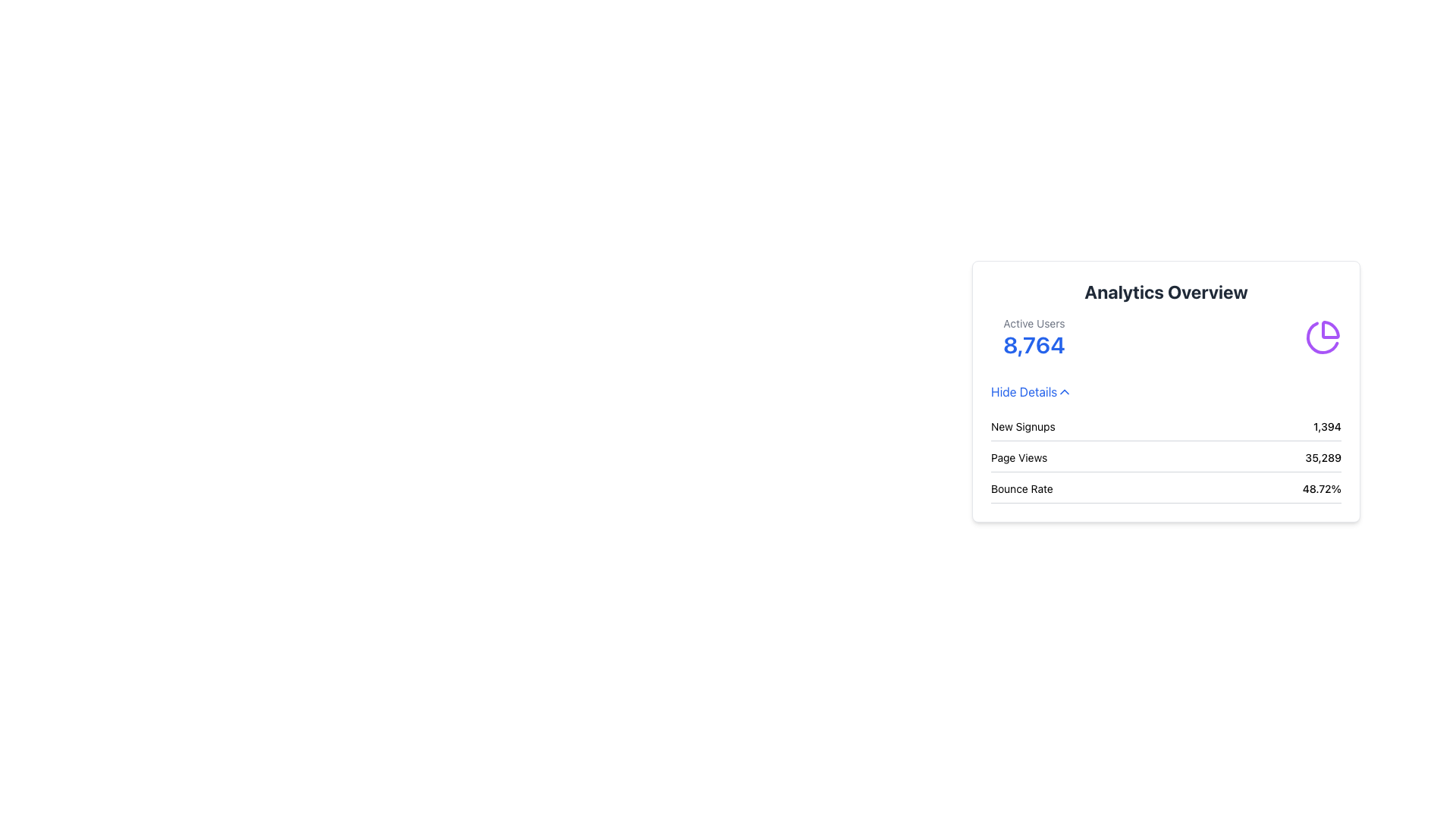 The image size is (1456, 819). Describe the element at coordinates (1064, 391) in the screenshot. I see `the disclosure icon for the 'Hide Details' link in the 'Analytics Overview' card to trigger additional visual feedback` at that location.